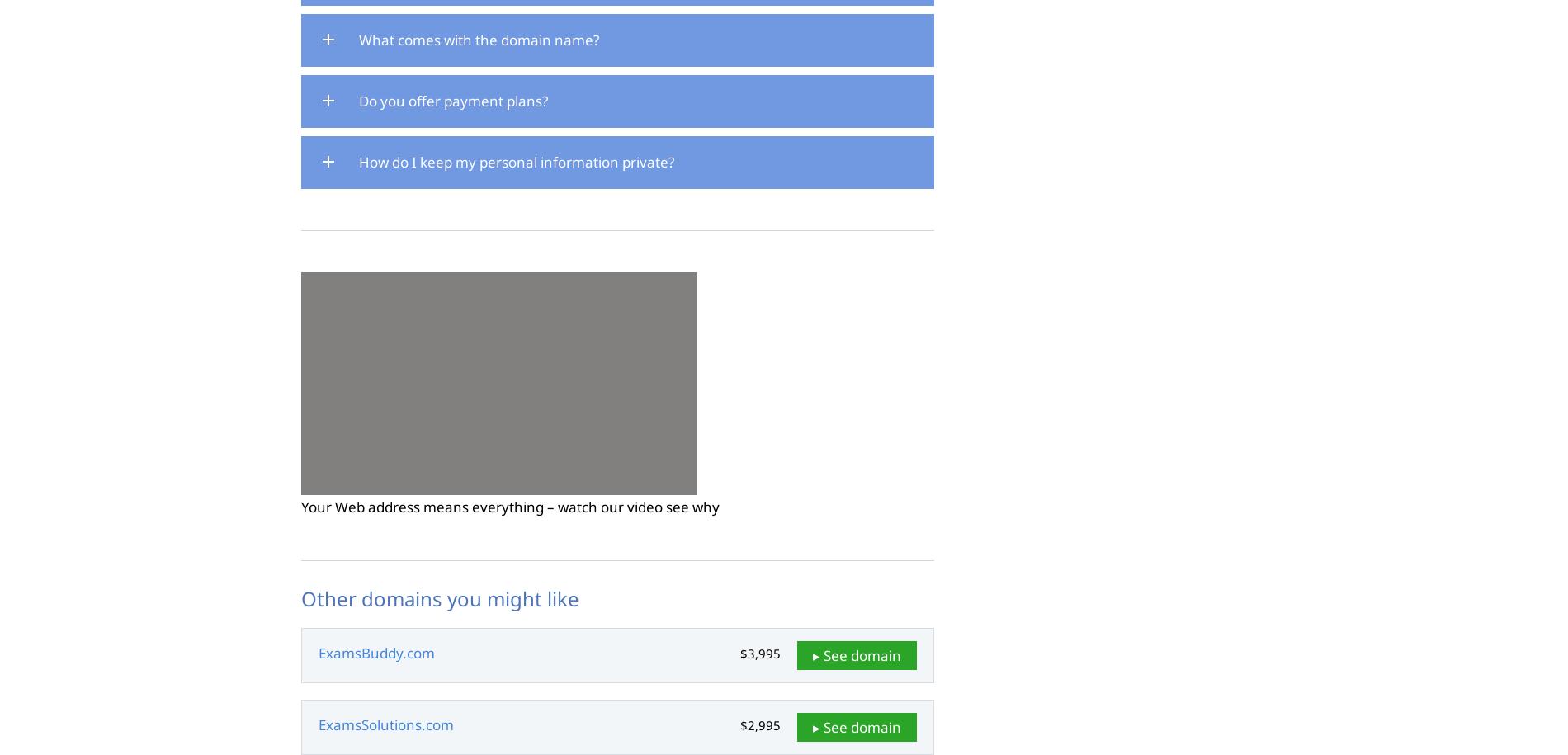 This screenshot has width=1568, height=755. I want to click on 'Other domains you might like', so click(440, 598).